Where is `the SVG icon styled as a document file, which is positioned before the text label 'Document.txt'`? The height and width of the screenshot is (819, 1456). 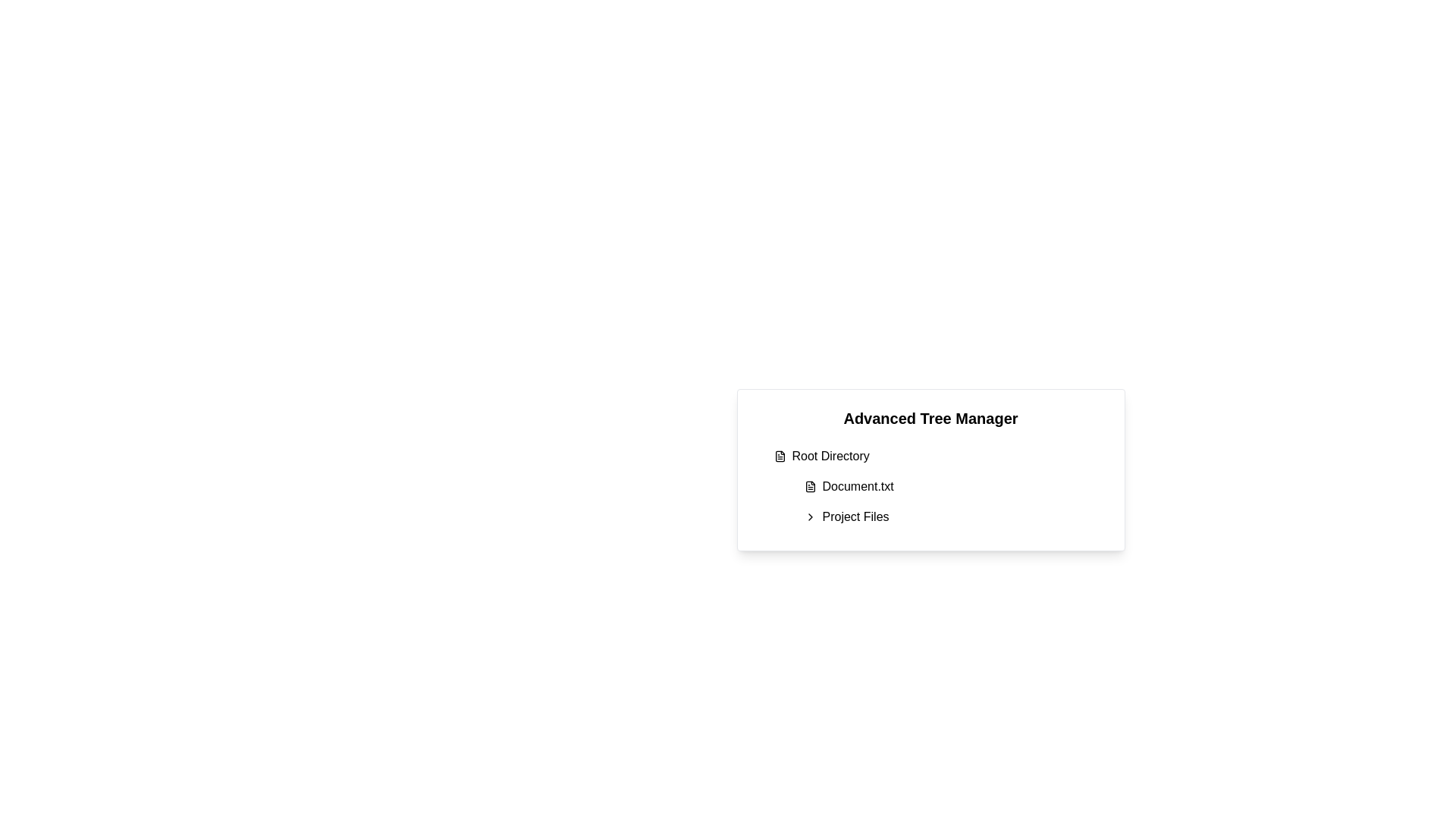 the SVG icon styled as a document file, which is positioned before the text label 'Document.txt' is located at coordinates (809, 486).